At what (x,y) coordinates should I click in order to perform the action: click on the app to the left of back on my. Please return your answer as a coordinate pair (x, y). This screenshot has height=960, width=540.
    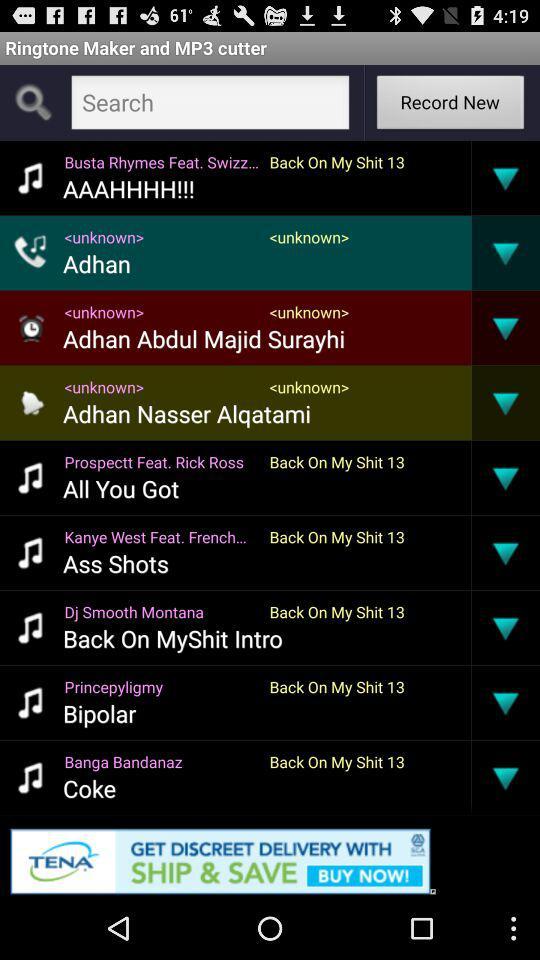
    Looking at the image, I should click on (128, 188).